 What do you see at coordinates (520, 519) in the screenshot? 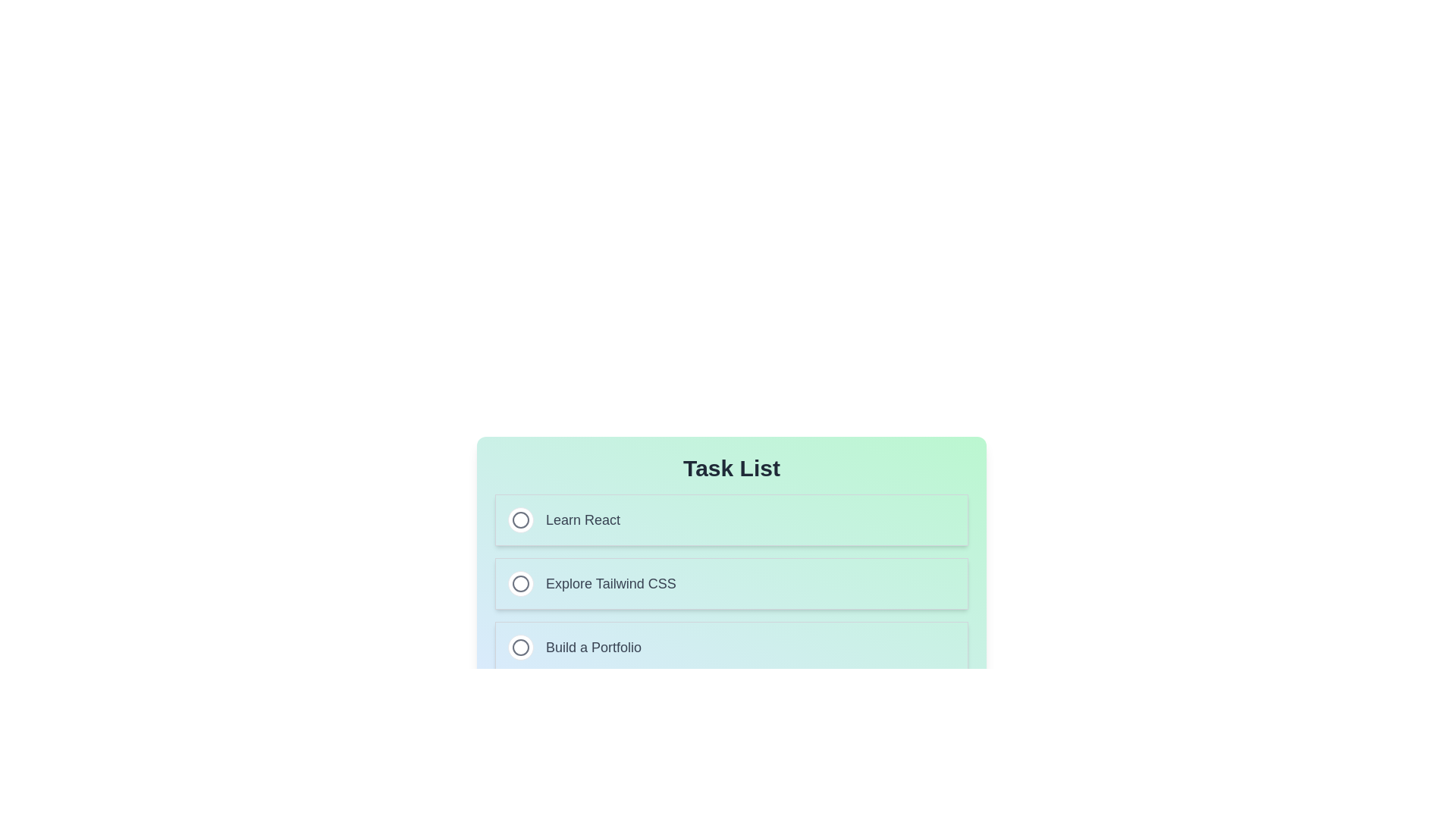
I see `the circular shape or SVG graphic element located in the topmost task item row, near the 'Learn React' text, for interaction` at bounding box center [520, 519].